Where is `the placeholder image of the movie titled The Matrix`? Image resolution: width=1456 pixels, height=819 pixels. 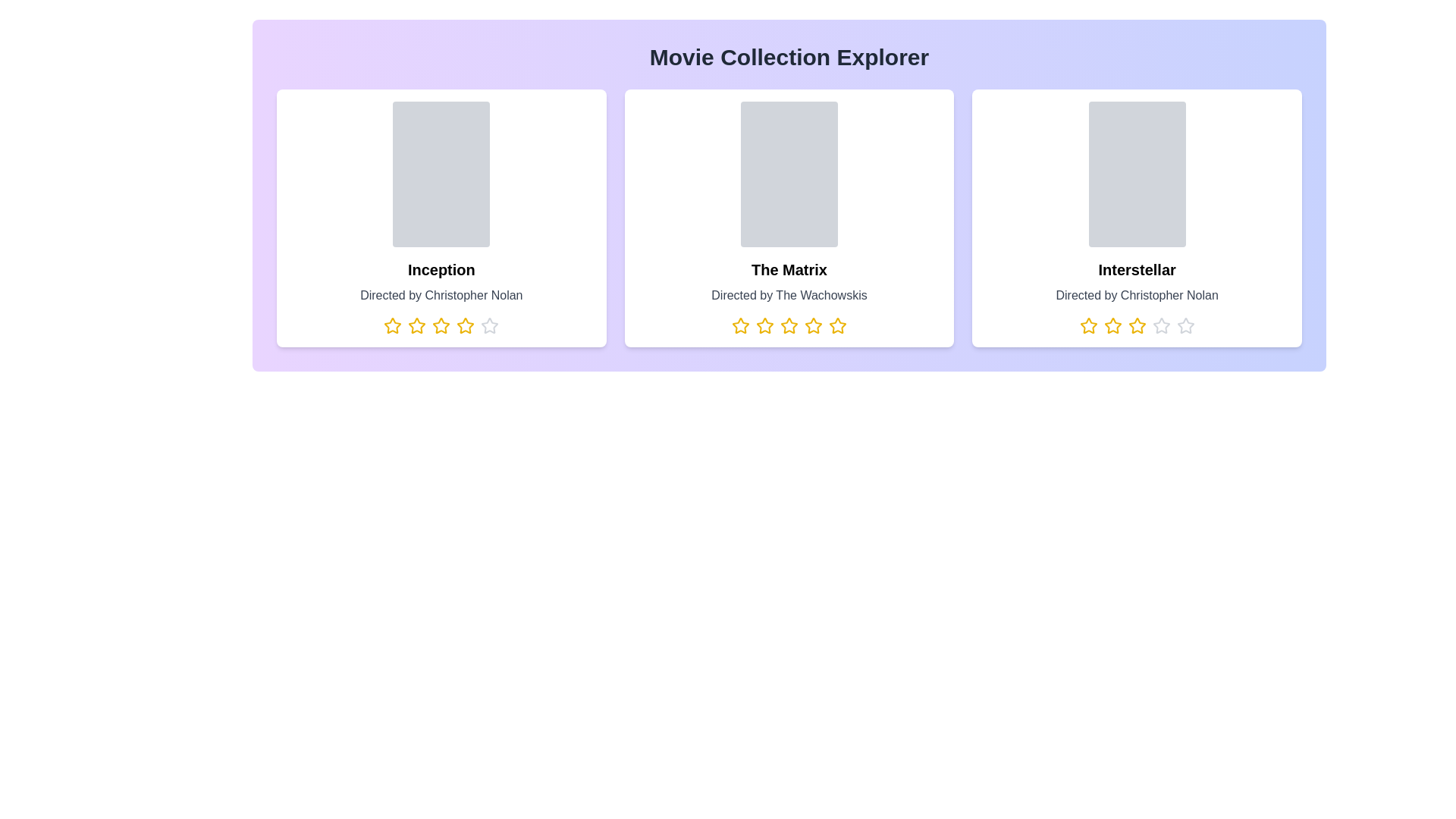
the placeholder image of the movie titled The Matrix is located at coordinates (789, 174).